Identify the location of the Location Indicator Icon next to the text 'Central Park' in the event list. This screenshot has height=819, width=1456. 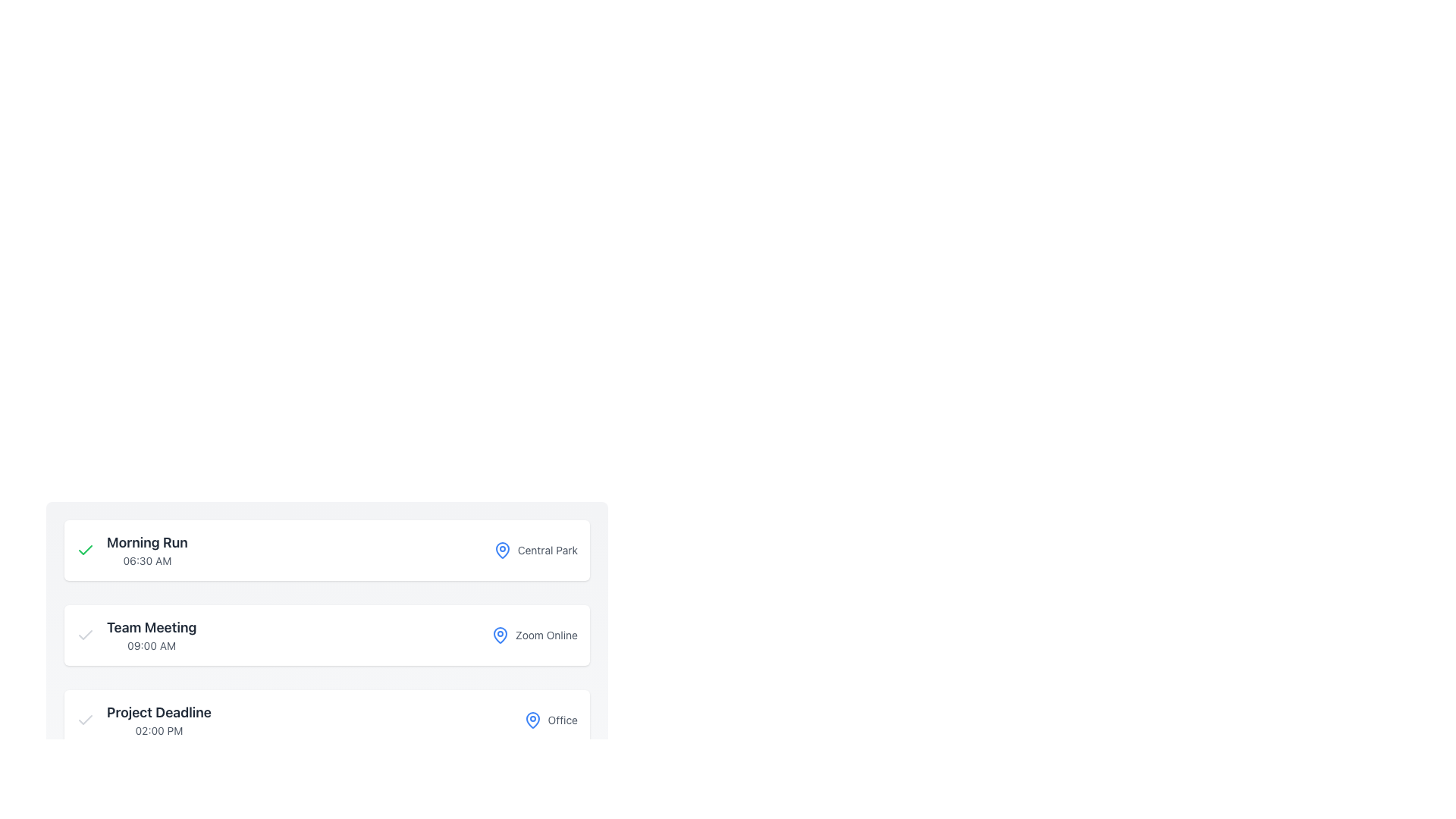
(502, 550).